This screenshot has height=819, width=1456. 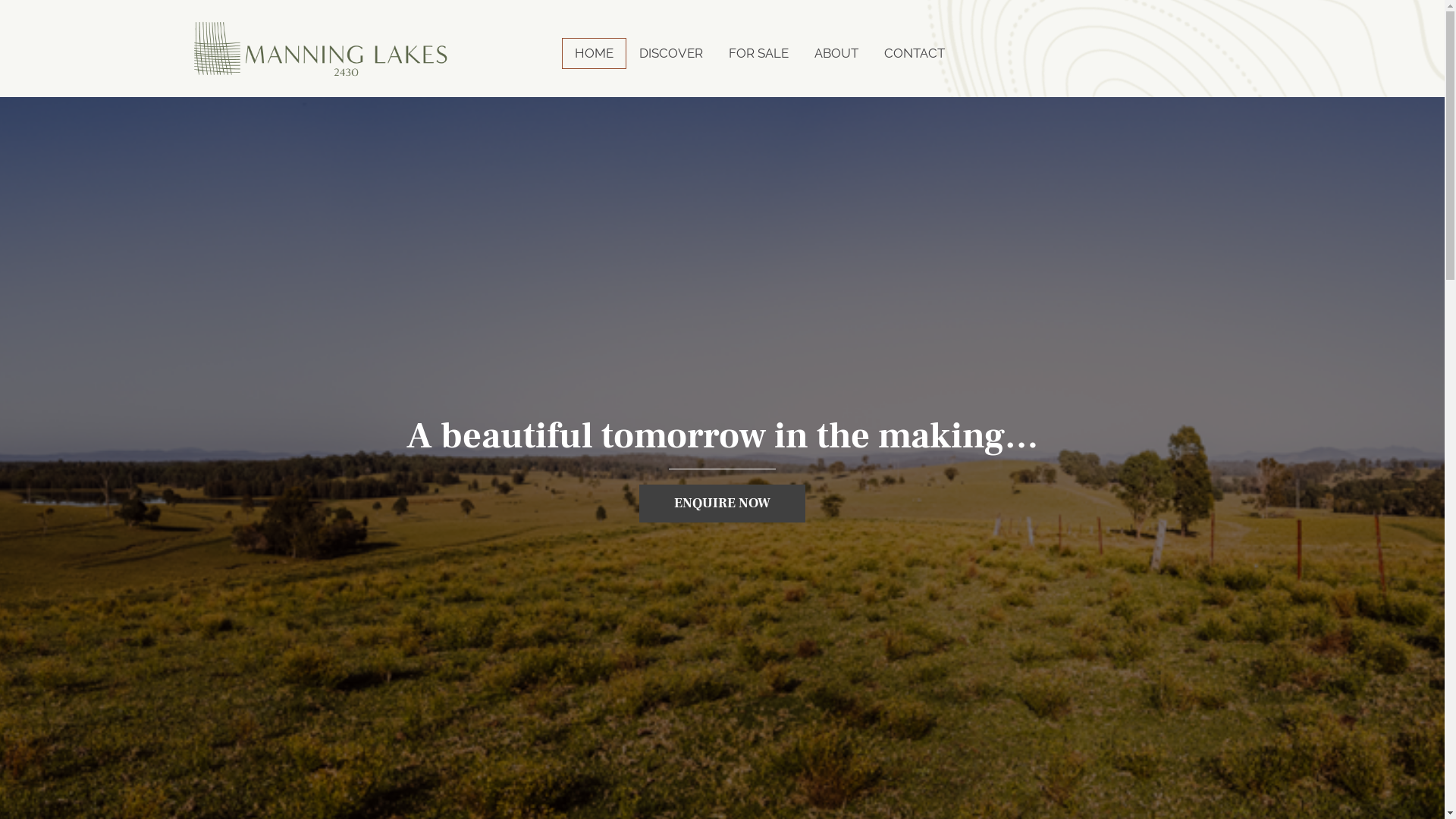 What do you see at coordinates (721, 503) in the screenshot?
I see `'ENQUIRE NOW'` at bounding box center [721, 503].